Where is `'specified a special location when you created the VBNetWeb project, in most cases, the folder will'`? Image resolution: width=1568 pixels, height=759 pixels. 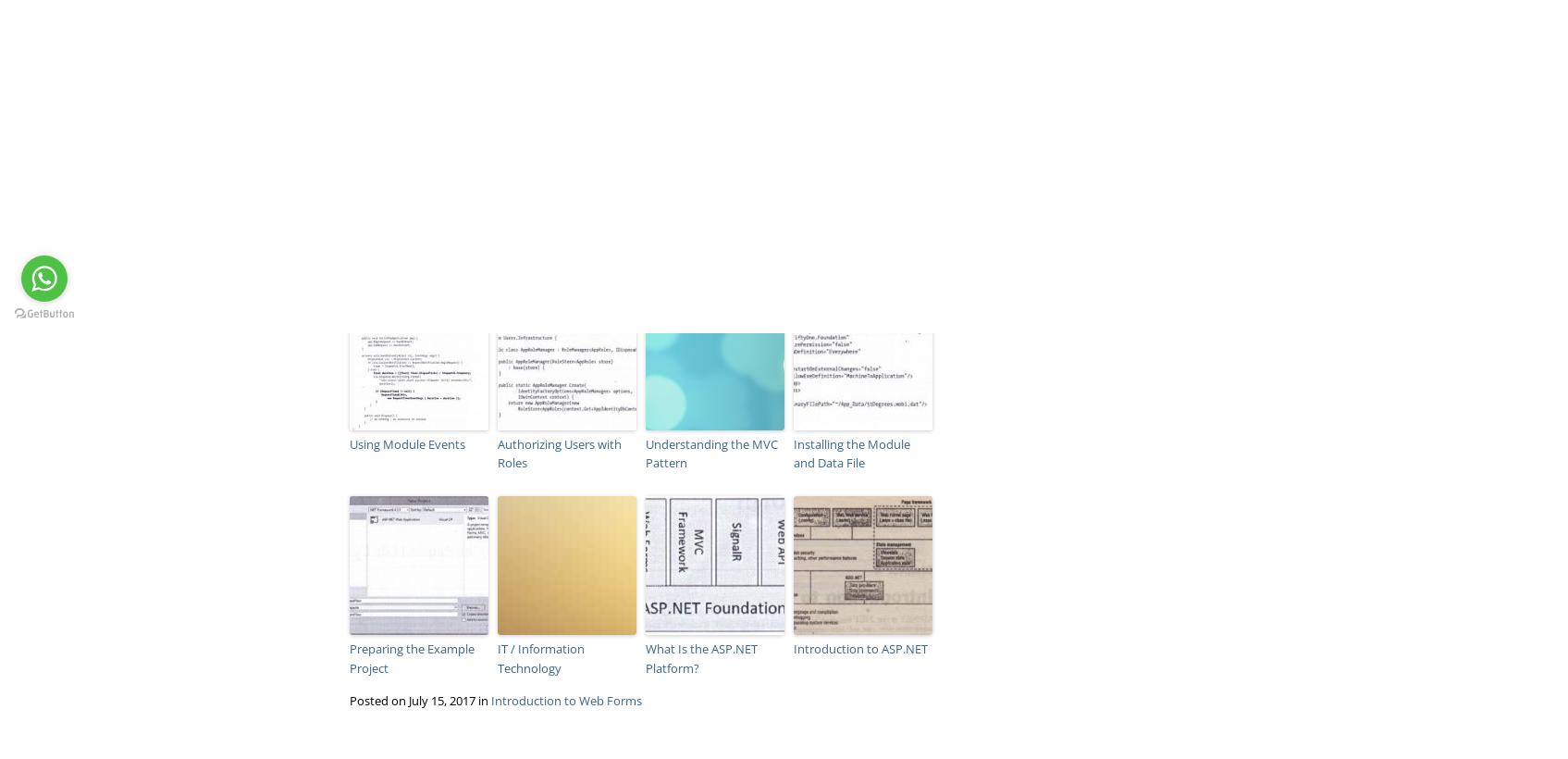 'specified a special location when you created the VBNetWeb project, in most cases, the folder will' is located at coordinates (347, 35).